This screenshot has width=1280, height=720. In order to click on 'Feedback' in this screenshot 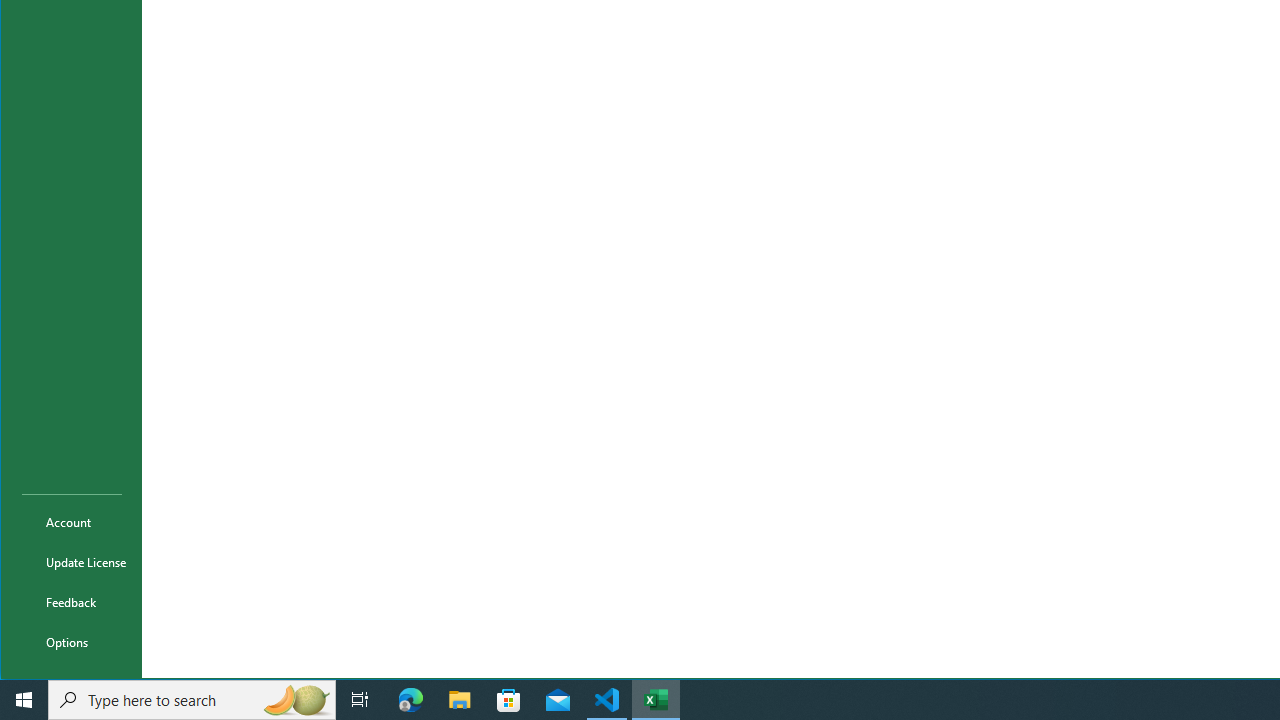, I will do `click(72, 600)`.